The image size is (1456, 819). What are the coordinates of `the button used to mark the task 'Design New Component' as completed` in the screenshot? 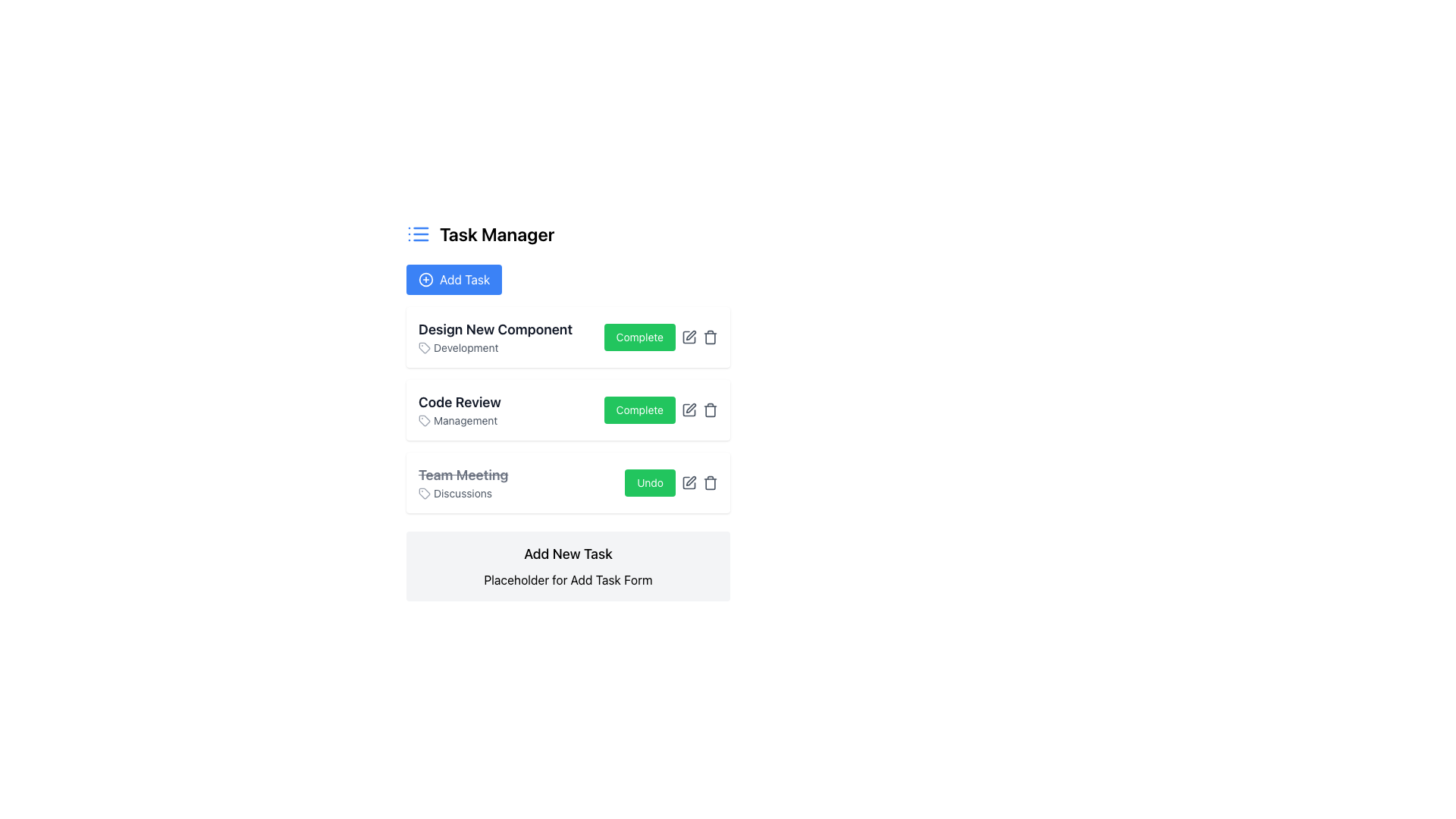 It's located at (661, 336).